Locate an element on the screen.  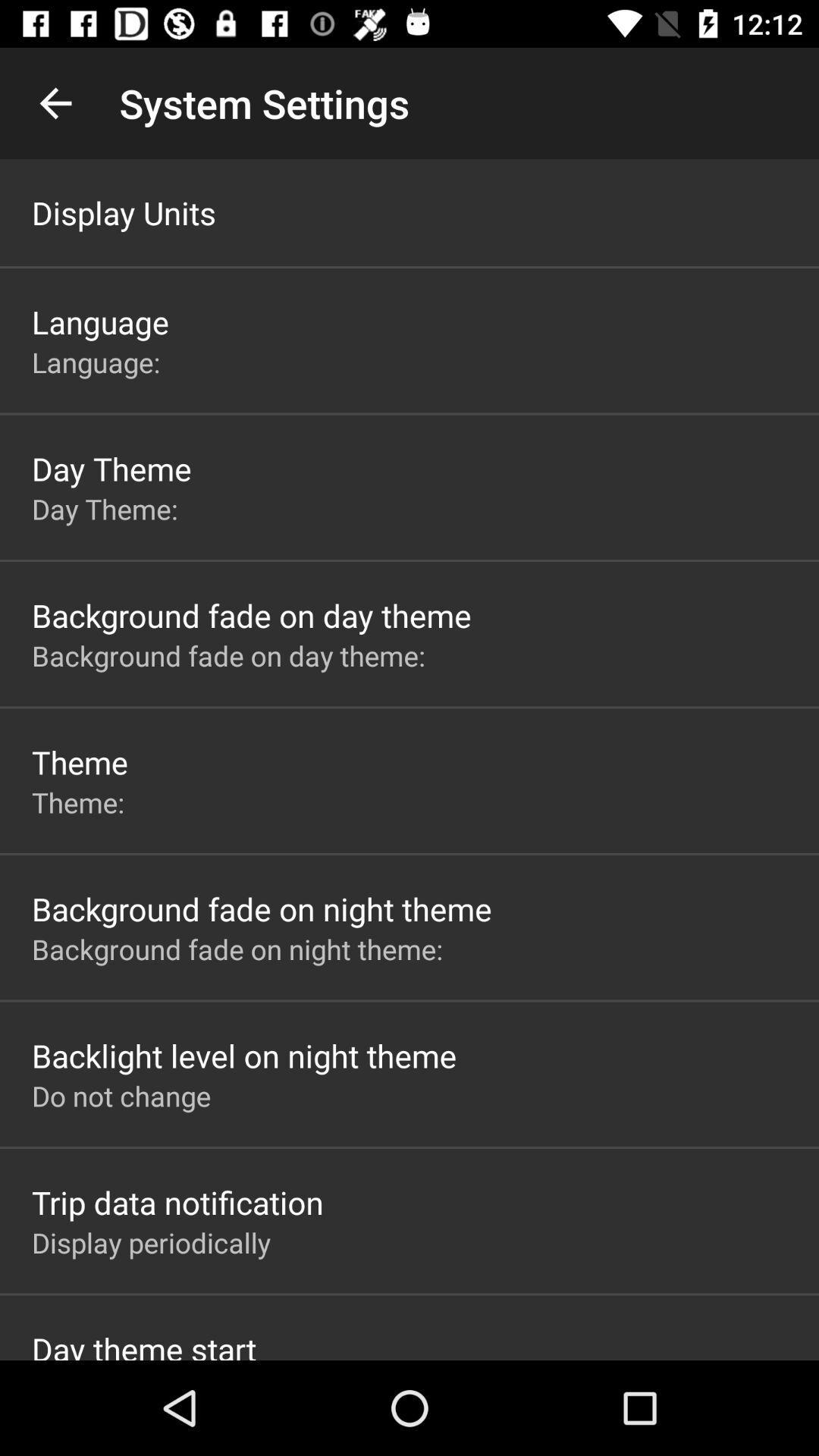
item above the trip data notification icon is located at coordinates (121, 1096).